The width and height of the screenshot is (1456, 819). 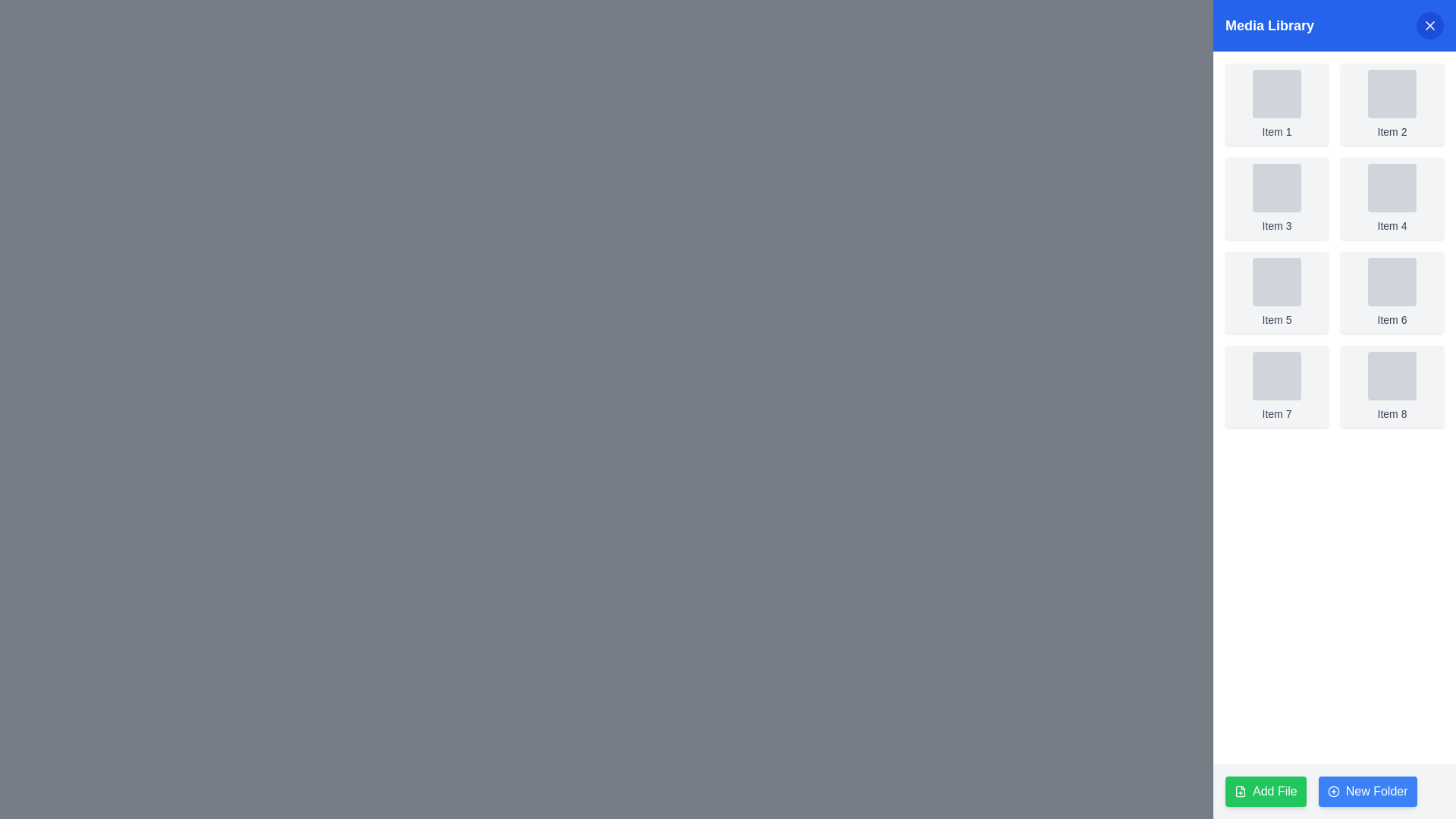 I want to click on the 'Add File' button, which contains a small SVG icon representing a document with a highlighted area at the top, located in the lower-left corner of the interface, so click(x=1241, y=791).